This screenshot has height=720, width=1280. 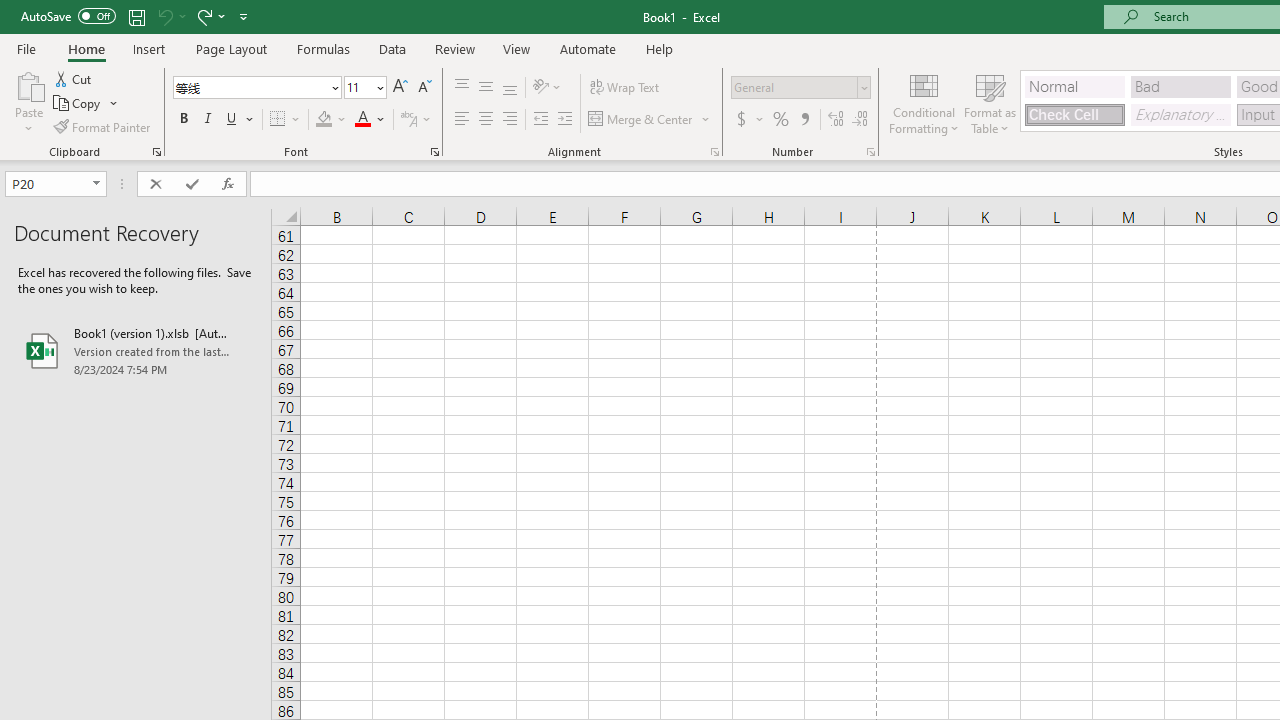 I want to click on 'Copy', so click(x=78, y=103).